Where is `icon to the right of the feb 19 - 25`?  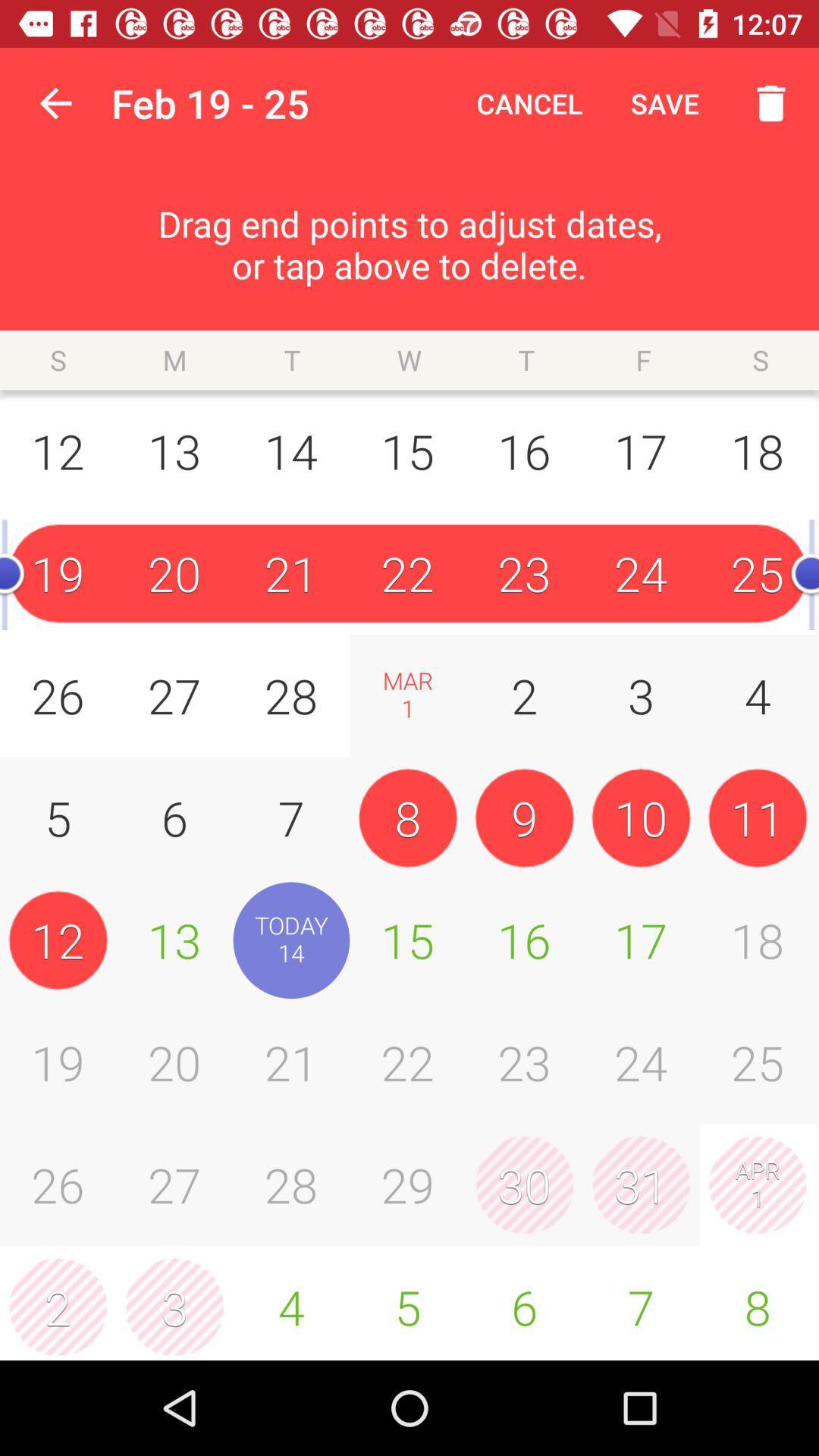 icon to the right of the feb 19 - 25 is located at coordinates (529, 102).